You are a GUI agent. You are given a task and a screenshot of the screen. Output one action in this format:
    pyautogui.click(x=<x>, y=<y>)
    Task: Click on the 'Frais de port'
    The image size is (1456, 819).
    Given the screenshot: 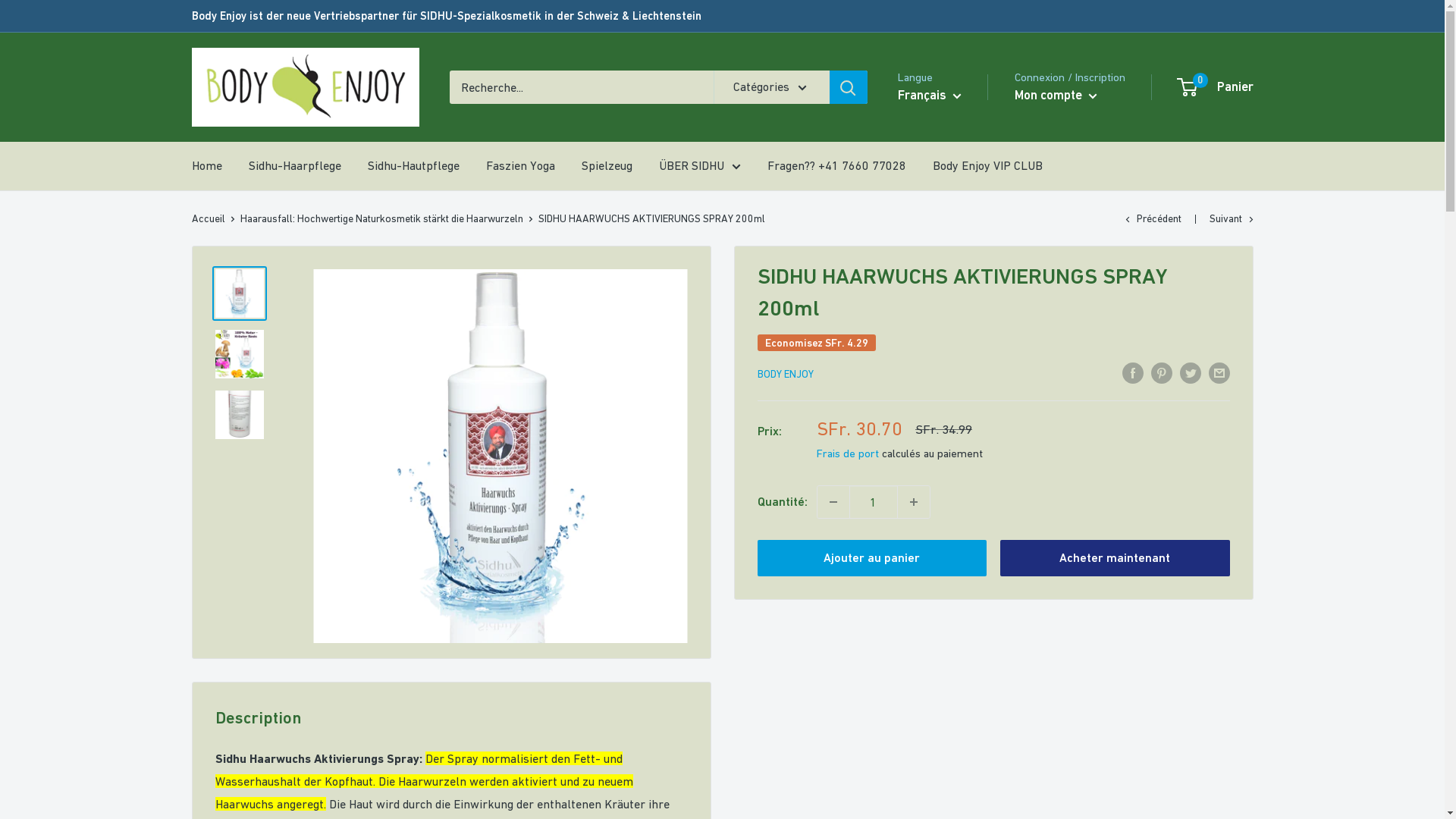 What is the action you would take?
    pyautogui.click(x=846, y=452)
    